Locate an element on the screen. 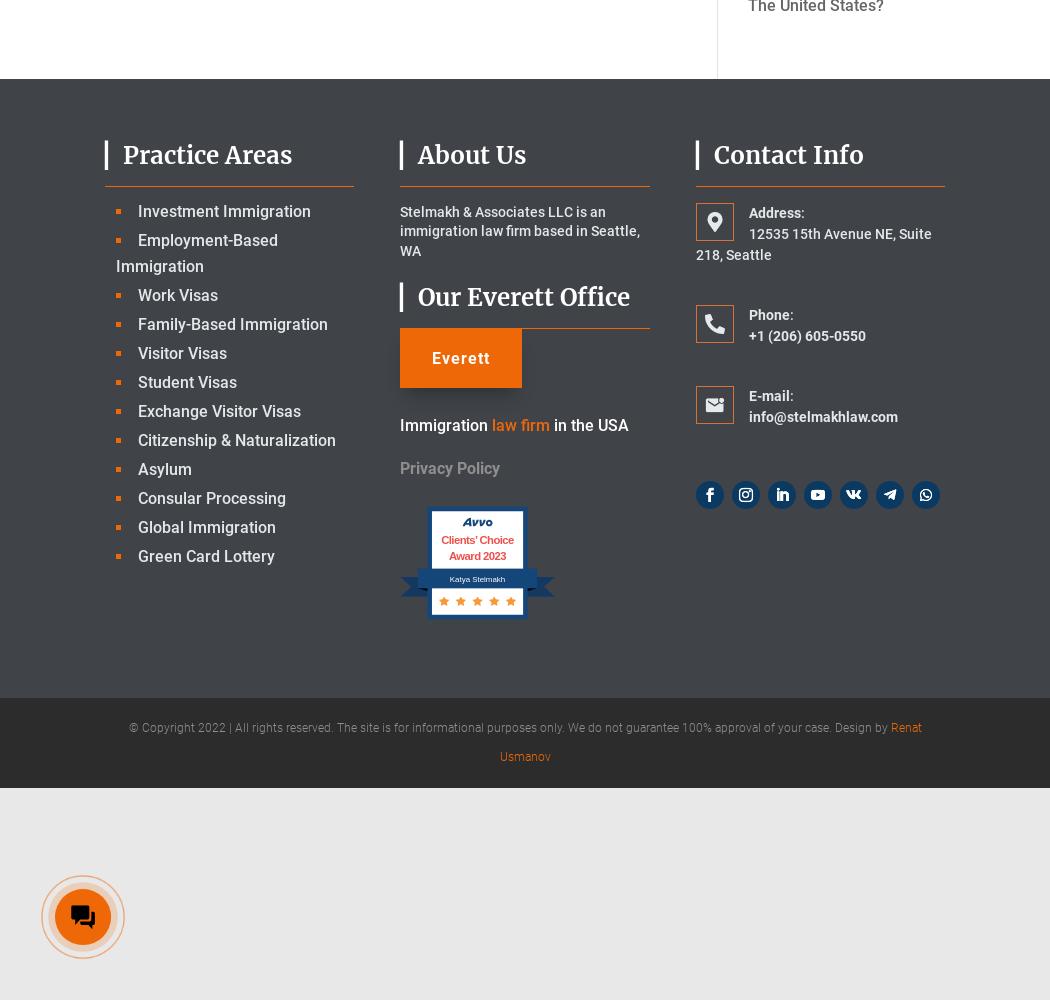 The width and height of the screenshot is (1050, 1000). 'Immigration' is located at coordinates (443, 425).